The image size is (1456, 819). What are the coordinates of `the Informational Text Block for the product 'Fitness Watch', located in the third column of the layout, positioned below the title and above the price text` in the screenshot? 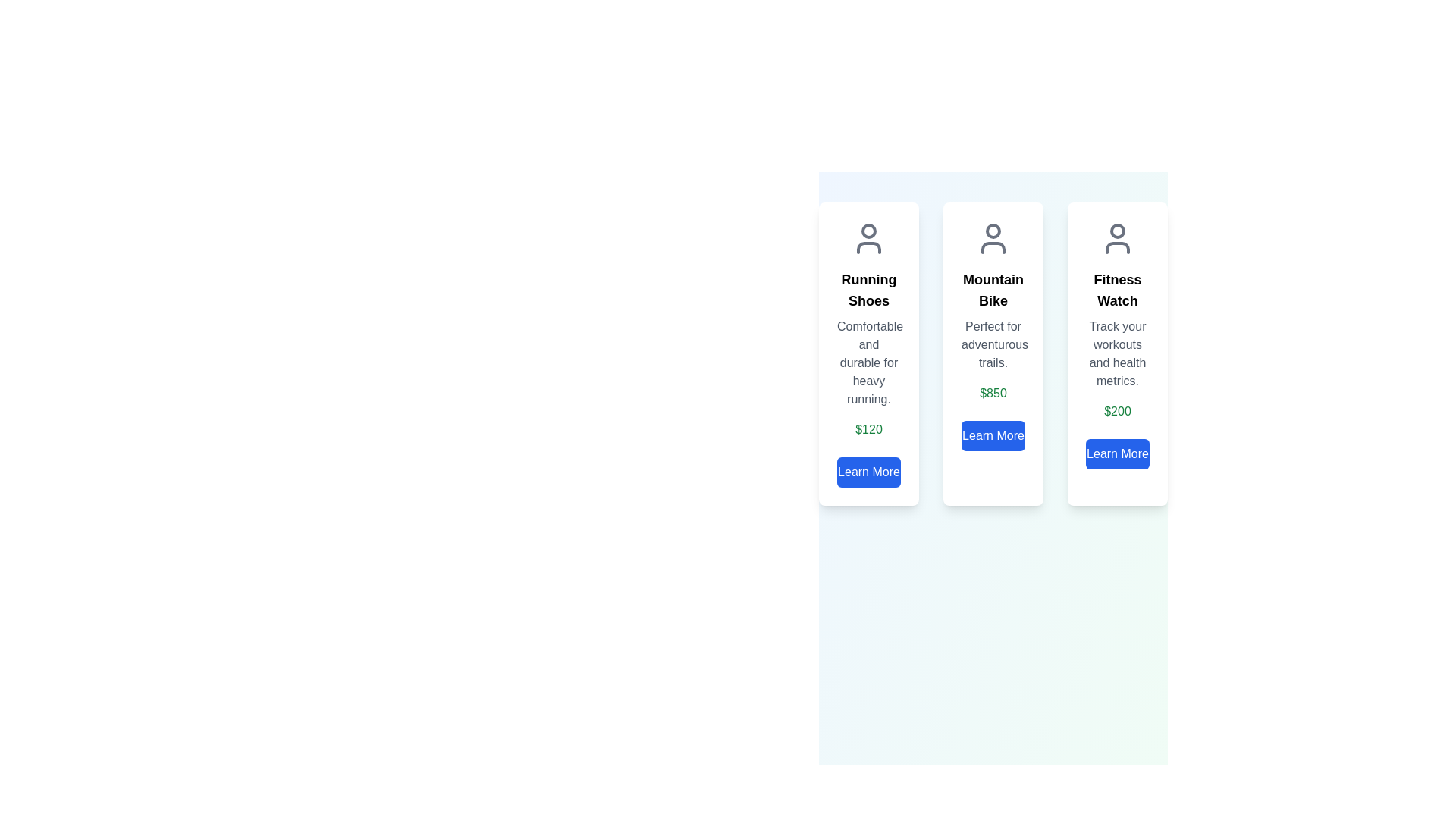 It's located at (1117, 353).